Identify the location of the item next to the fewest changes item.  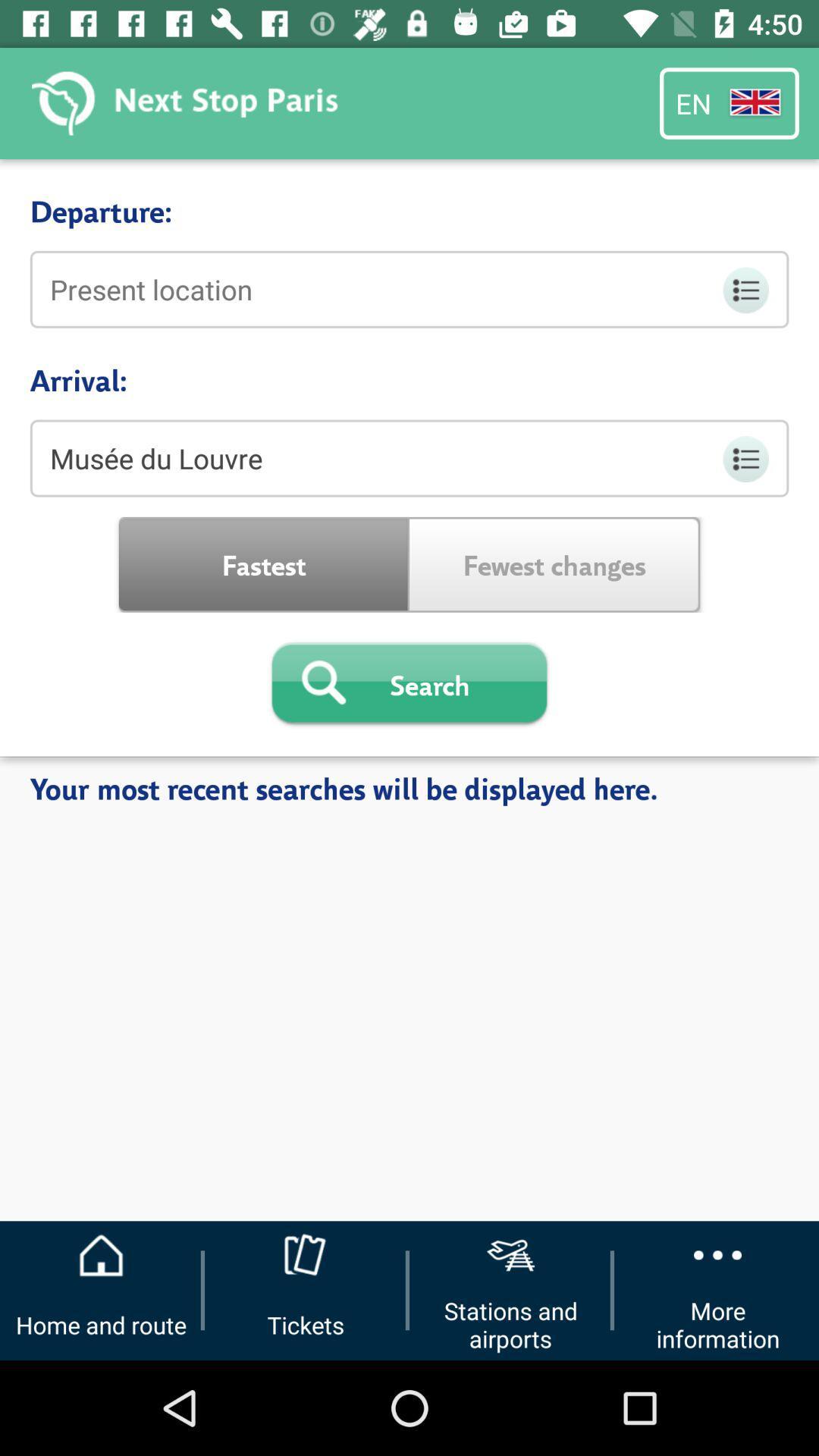
(263, 563).